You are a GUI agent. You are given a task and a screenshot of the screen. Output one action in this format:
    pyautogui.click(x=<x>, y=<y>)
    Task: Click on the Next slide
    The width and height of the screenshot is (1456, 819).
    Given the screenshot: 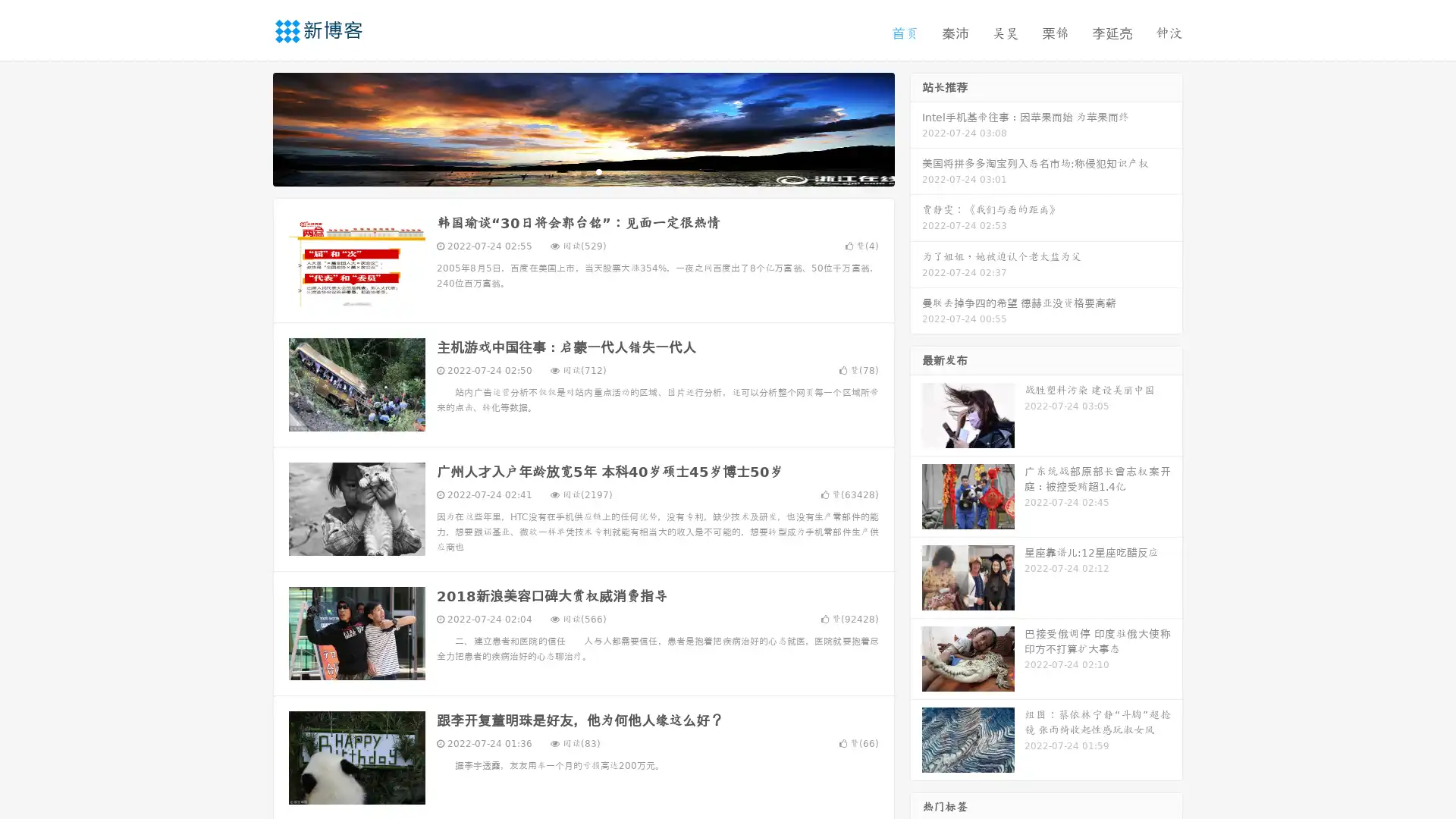 What is the action you would take?
    pyautogui.click(x=916, y=127)
    